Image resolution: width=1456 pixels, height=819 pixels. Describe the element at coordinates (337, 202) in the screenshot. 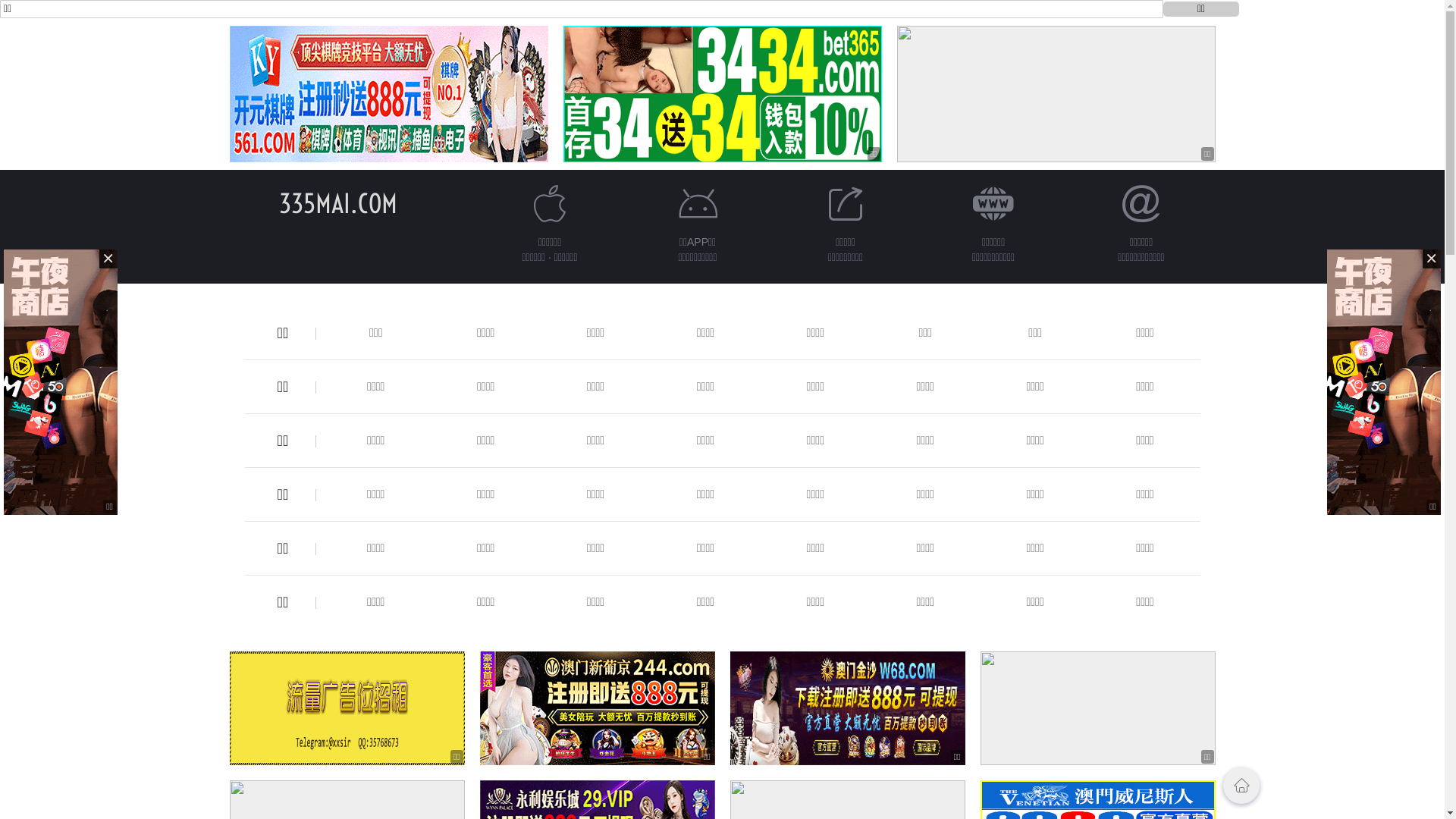

I see `'335MAI.COM'` at that location.